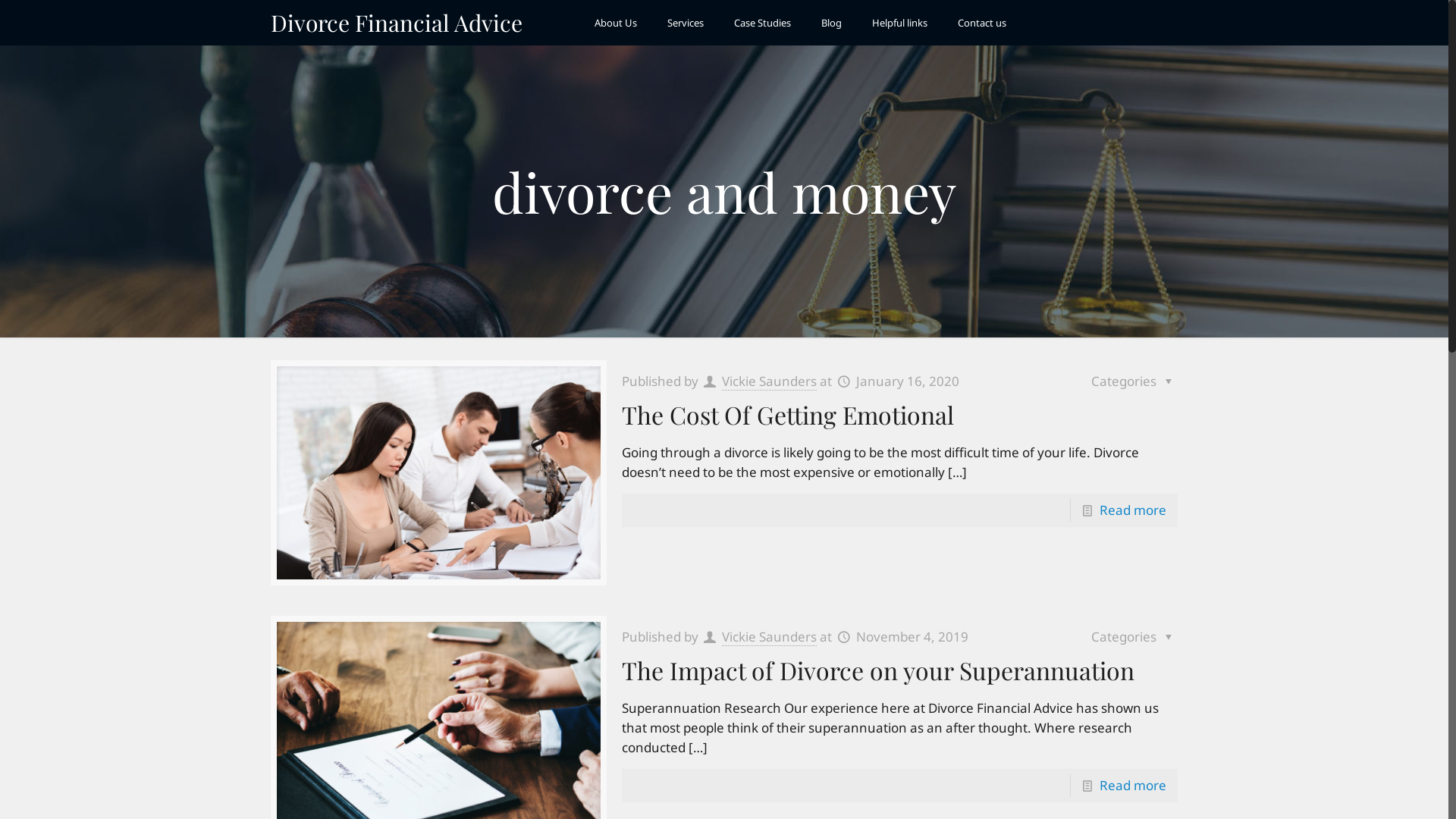 The width and height of the screenshot is (1456, 819). I want to click on 'natalieb@privatewealthpartners.com.au', so click(1070, 689).